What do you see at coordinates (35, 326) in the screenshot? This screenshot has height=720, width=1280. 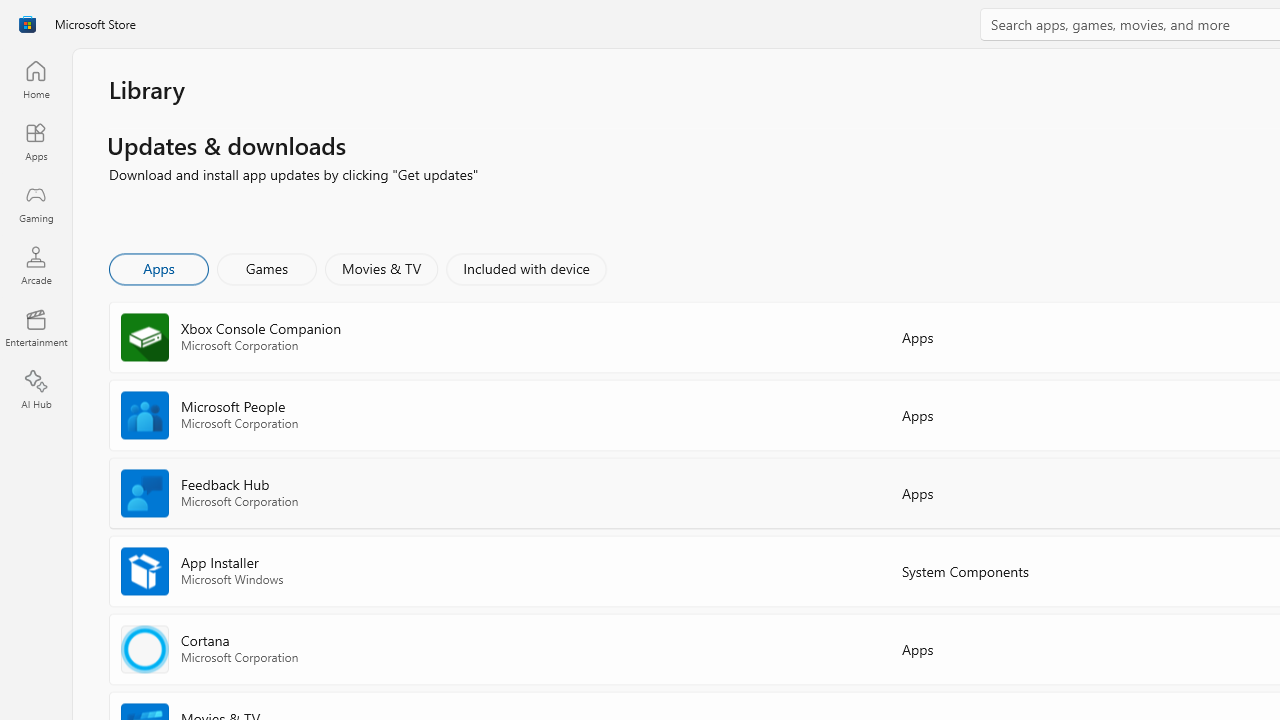 I see `'Entertainment'` at bounding box center [35, 326].